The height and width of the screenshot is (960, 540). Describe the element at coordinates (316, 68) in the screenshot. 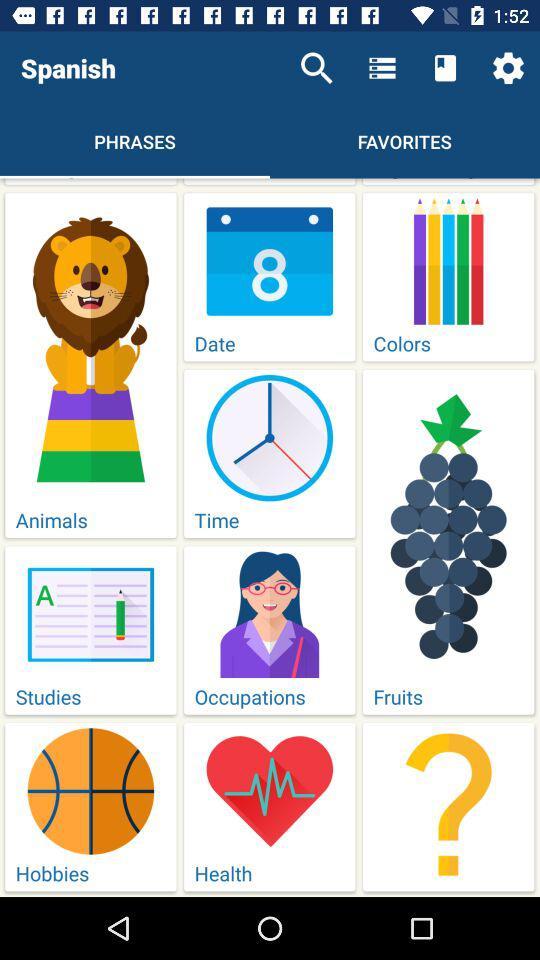

I see `item next to the spanish icon` at that location.